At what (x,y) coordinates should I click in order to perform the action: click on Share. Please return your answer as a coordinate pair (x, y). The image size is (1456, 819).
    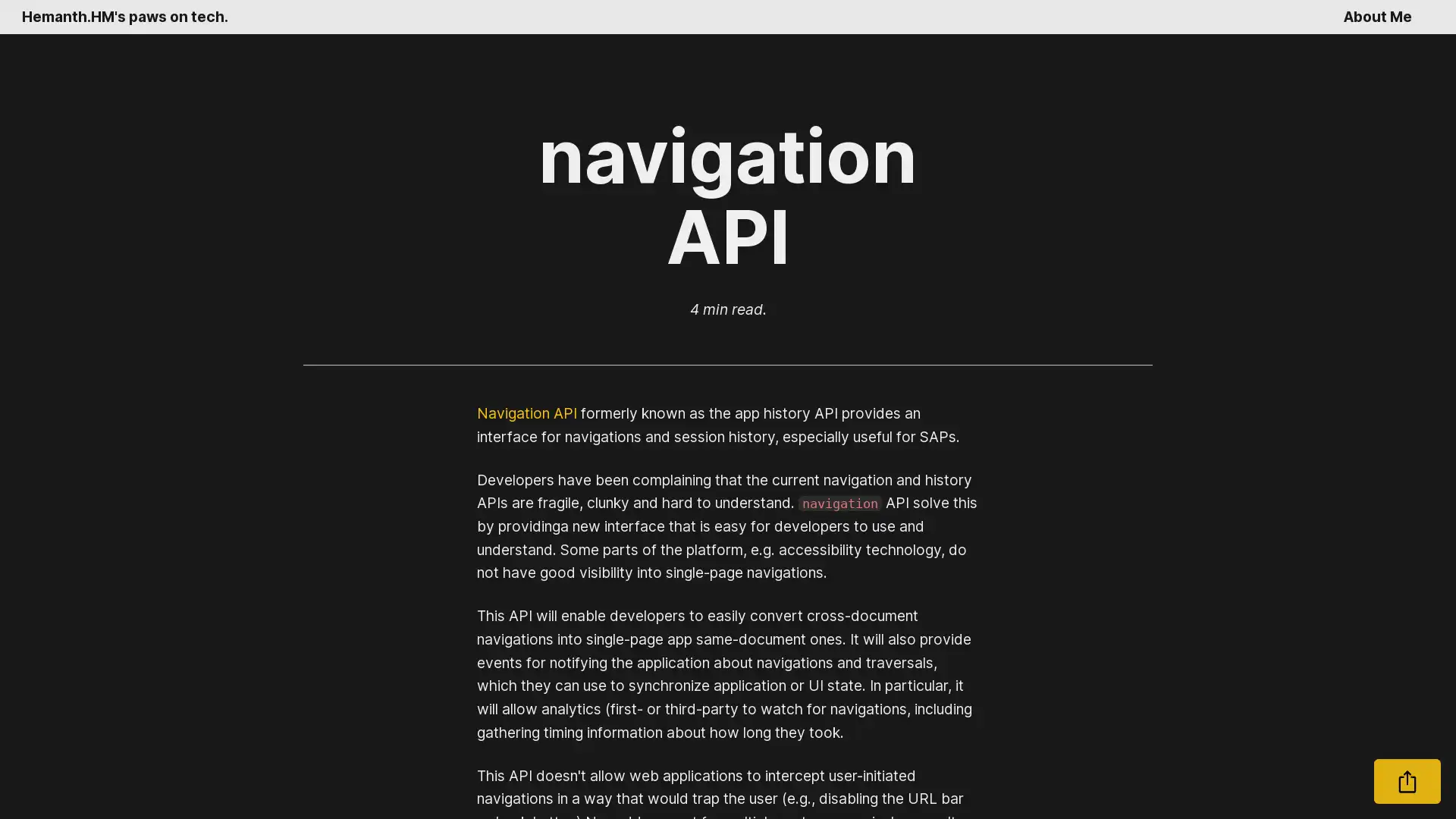
    Looking at the image, I should click on (1407, 781).